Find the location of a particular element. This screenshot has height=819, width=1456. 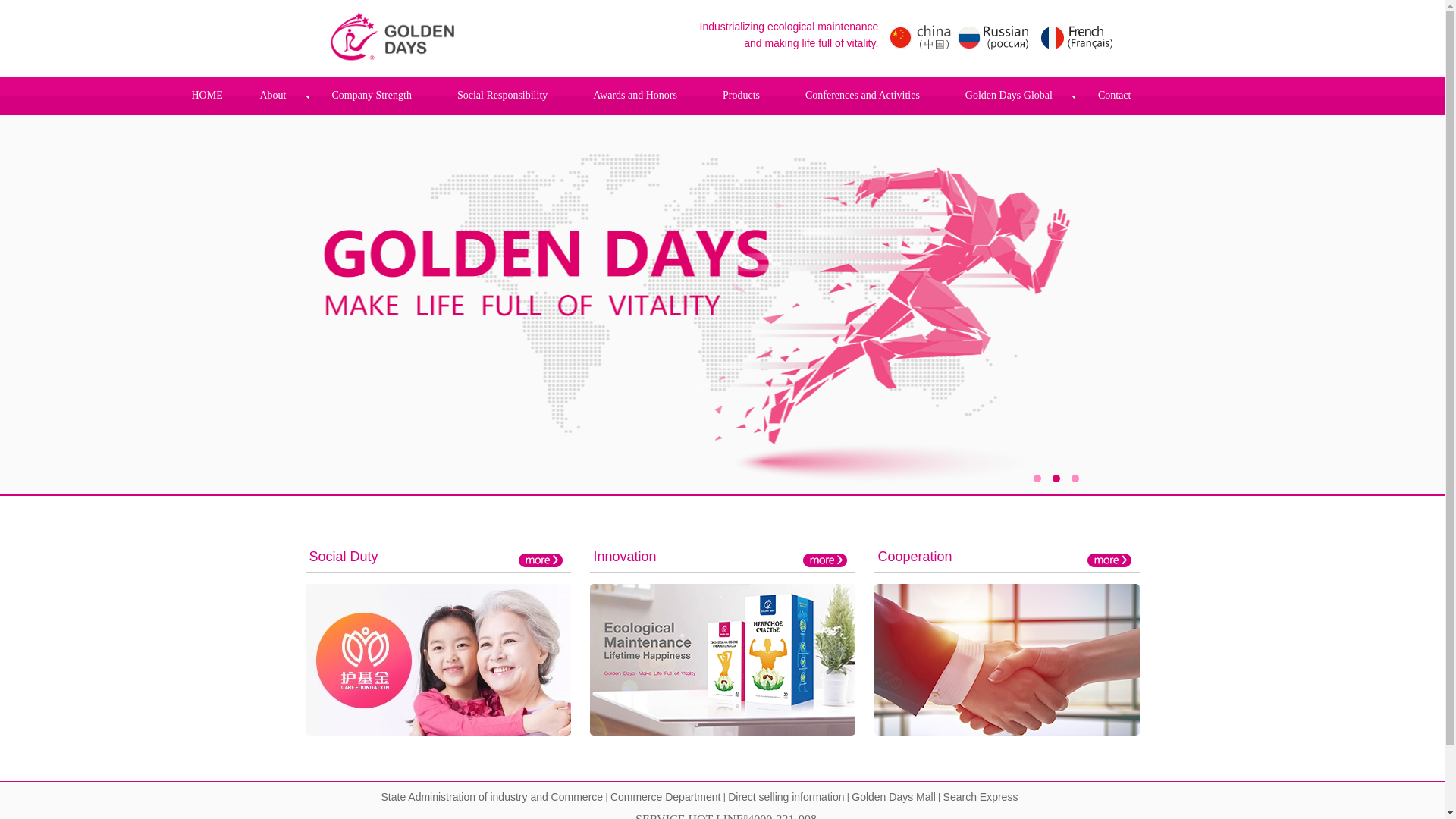

'HOME' is located at coordinates (206, 95).